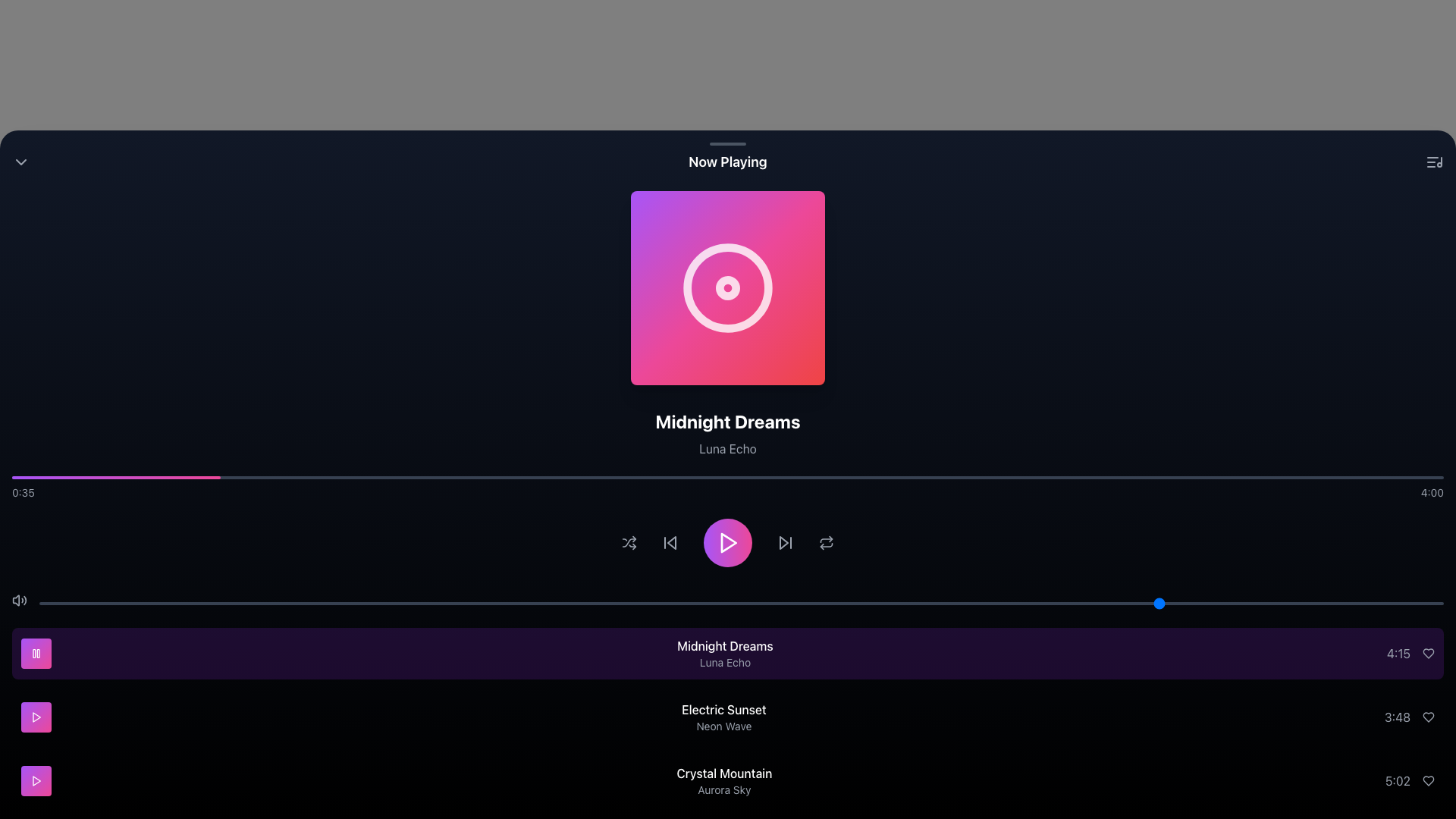 This screenshot has height=819, width=1456. What do you see at coordinates (728, 488) in the screenshot?
I see `the progress marker of the ProgressBar element, which is centrally positioned below the song title` at bounding box center [728, 488].